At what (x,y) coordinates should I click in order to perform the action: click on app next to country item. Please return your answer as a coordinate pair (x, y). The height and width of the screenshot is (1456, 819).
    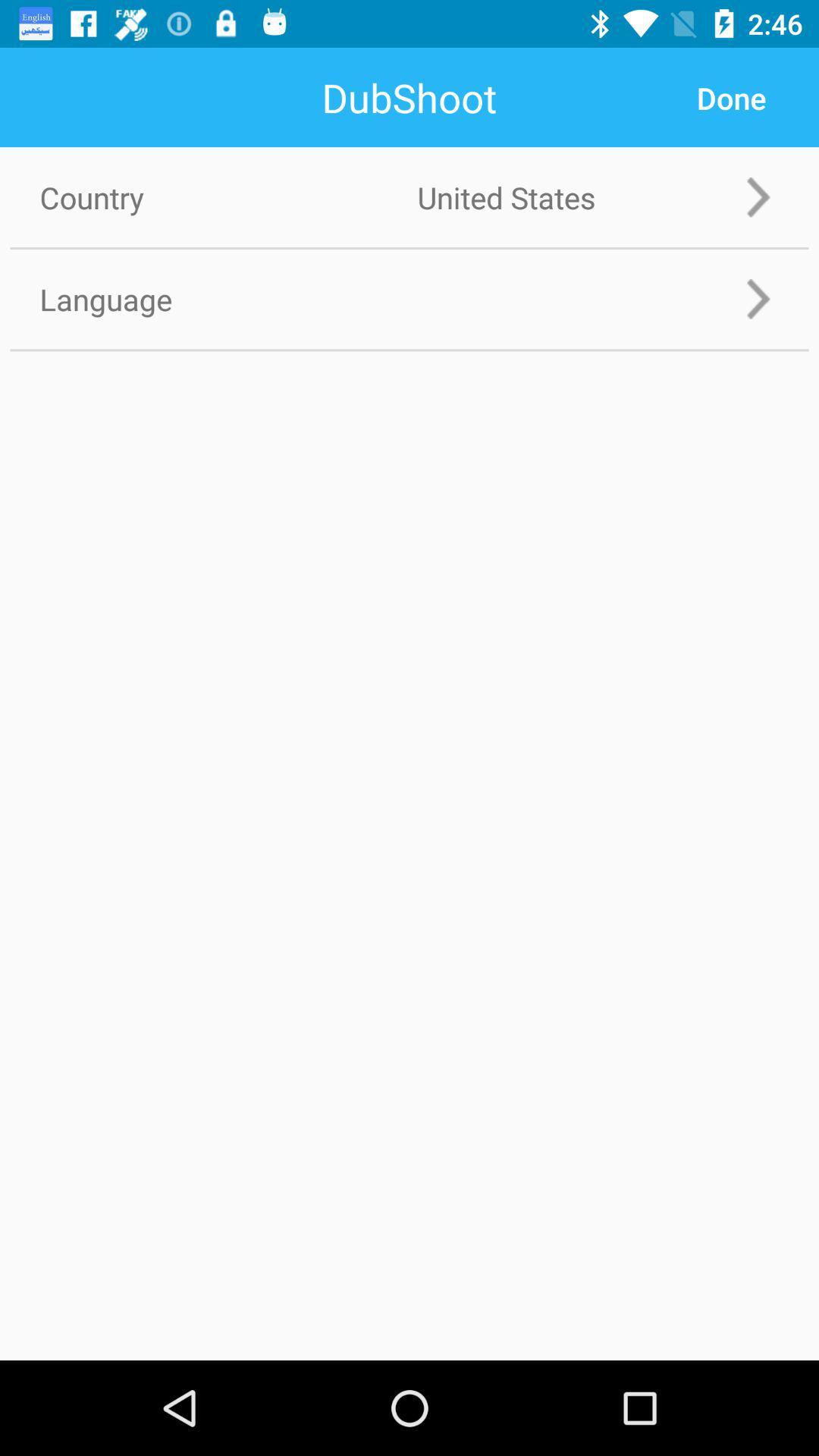
    Looking at the image, I should click on (730, 97).